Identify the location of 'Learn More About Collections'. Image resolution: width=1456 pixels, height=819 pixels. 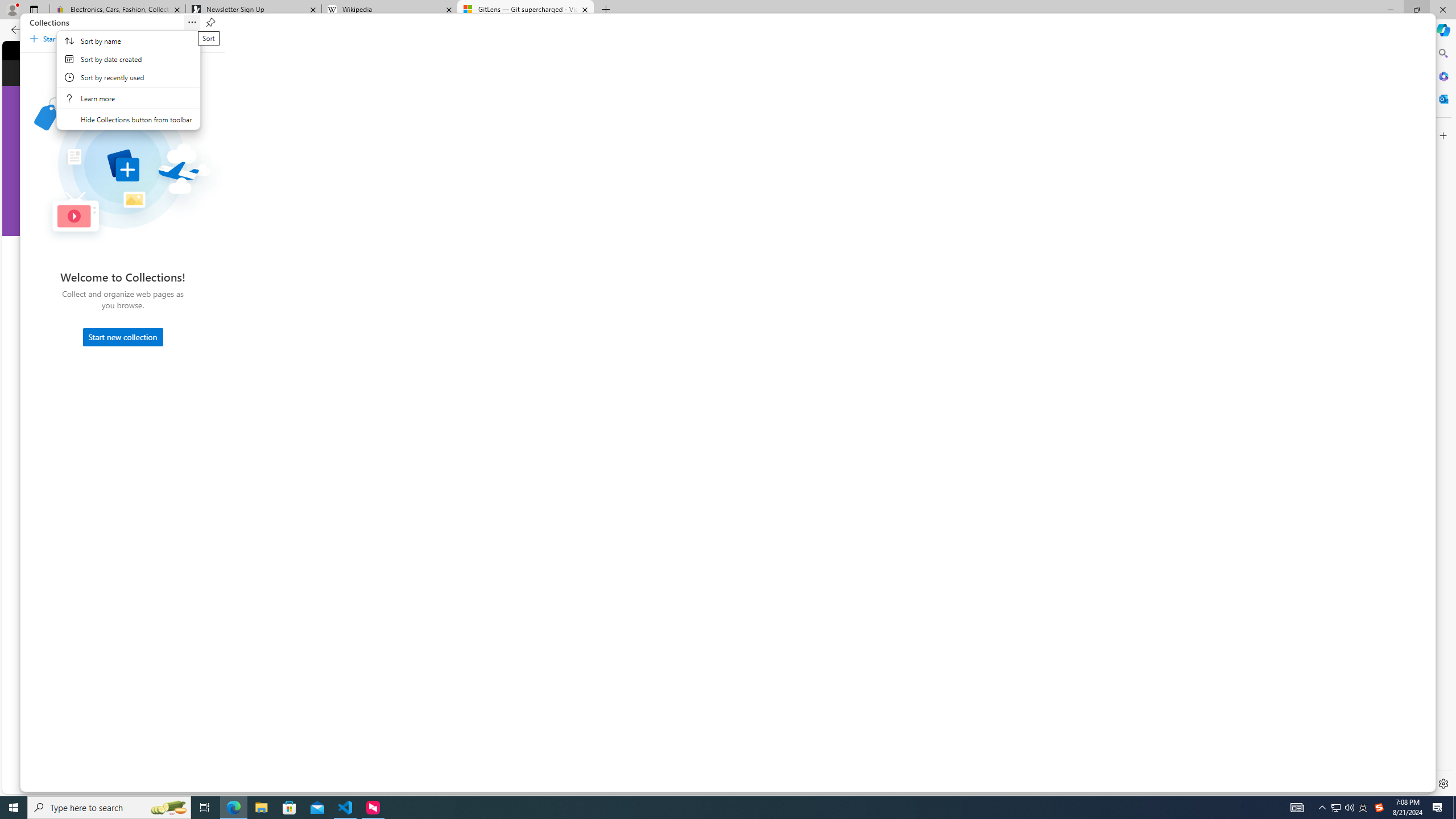
(128, 98).